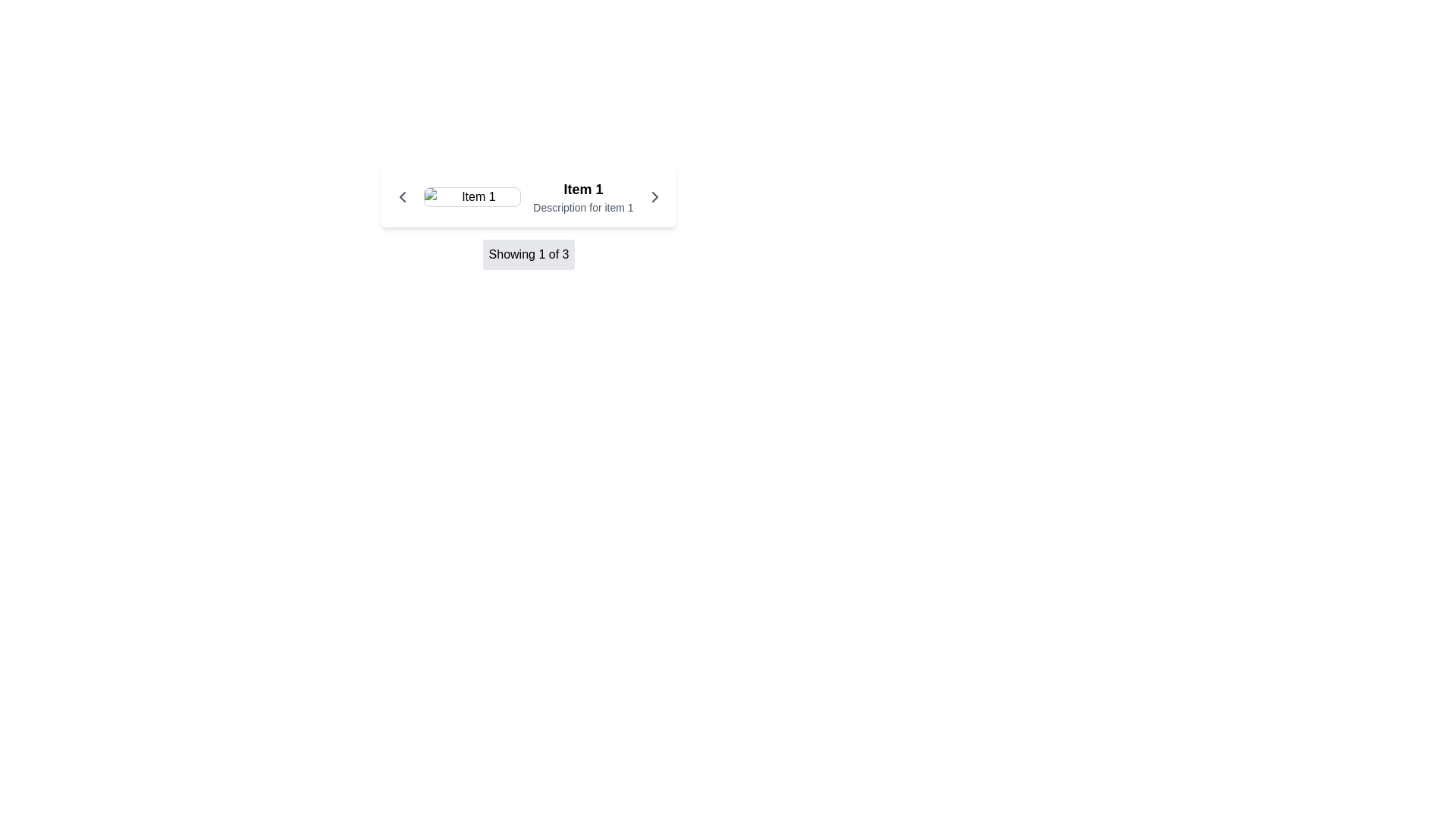  What do you see at coordinates (403, 196) in the screenshot?
I see `the left-pointing chevron-shaped button` at bounding box center [403, 196].